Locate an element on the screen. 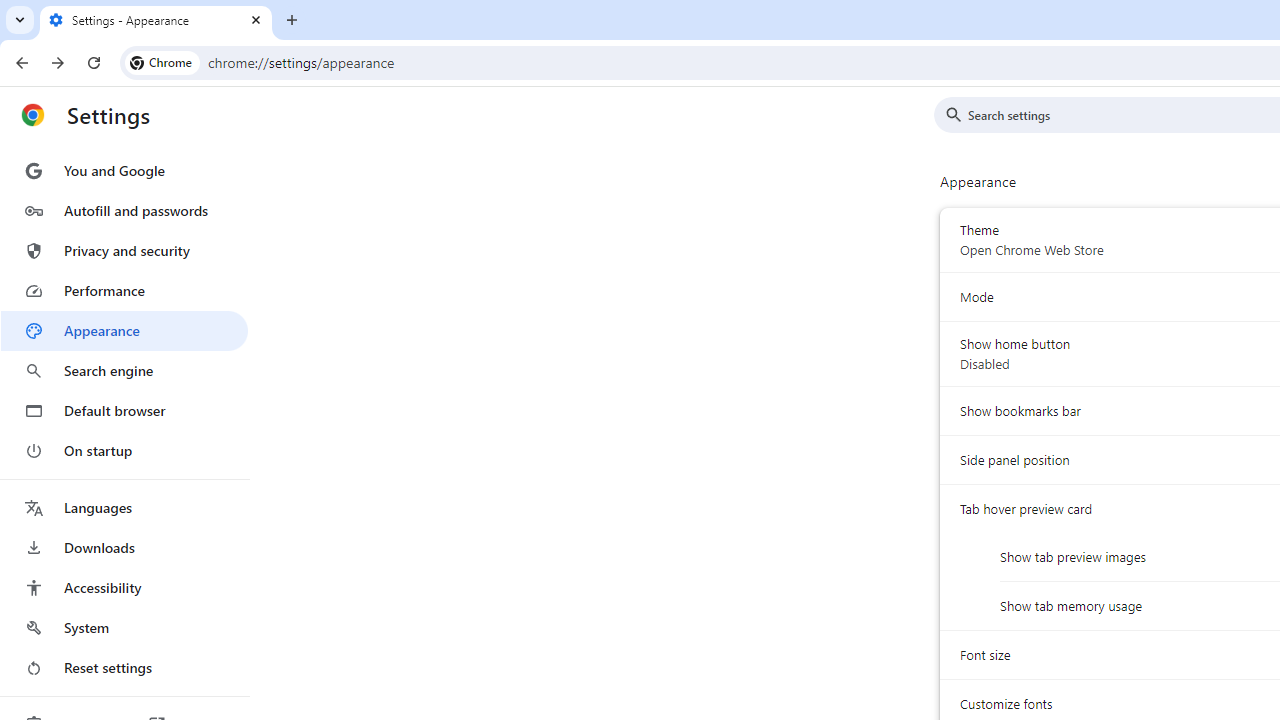 This screenshot has width=1280, height=720. 'Languages' is located at coordinates (123, 506).